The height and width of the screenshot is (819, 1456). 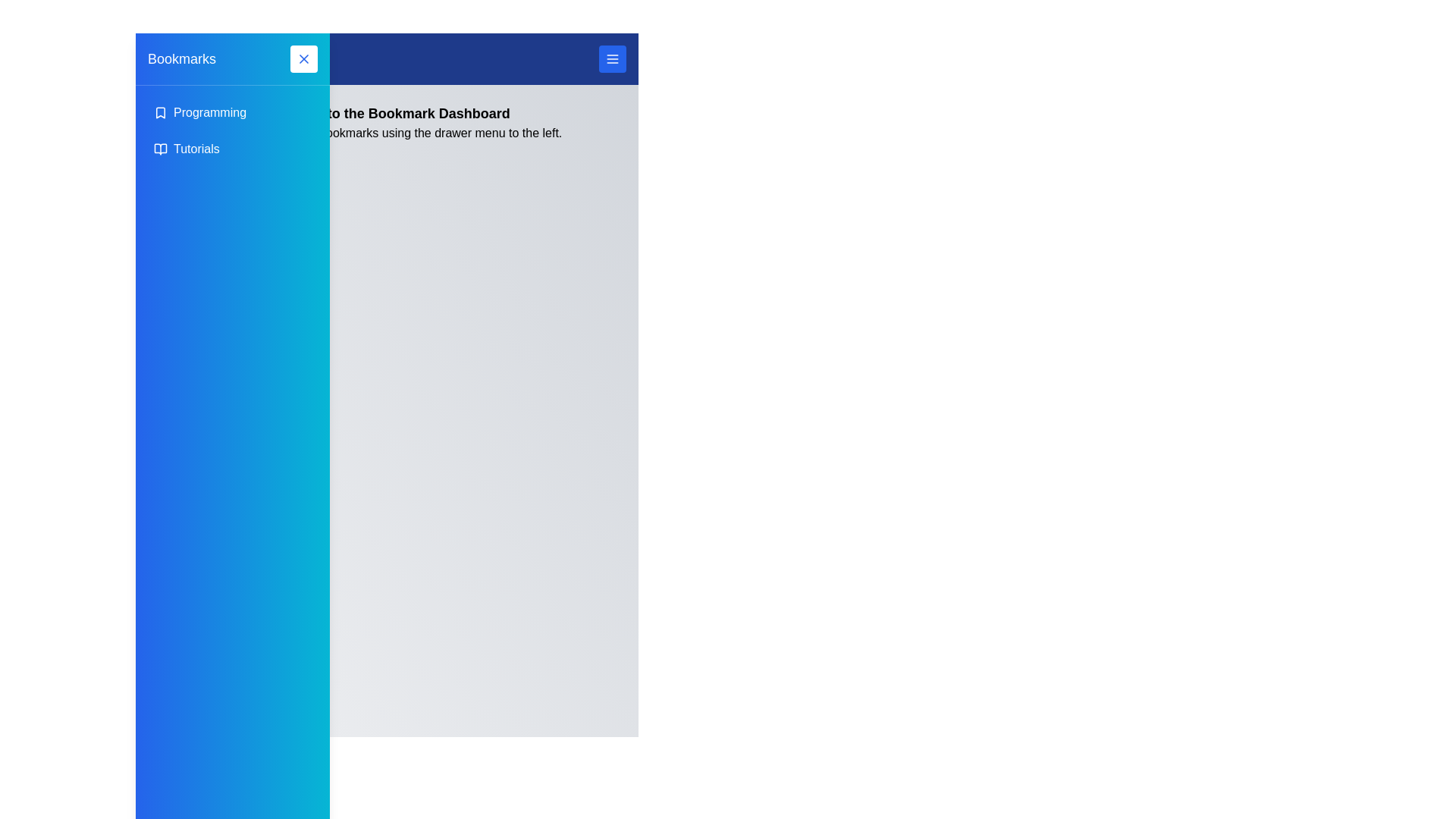 What do you see at coordinates (303, 58) in the screenshot?
I see `the blue 'X' icon button in the top-right corner of the navigation drawer` at bounding box center [303, 58].